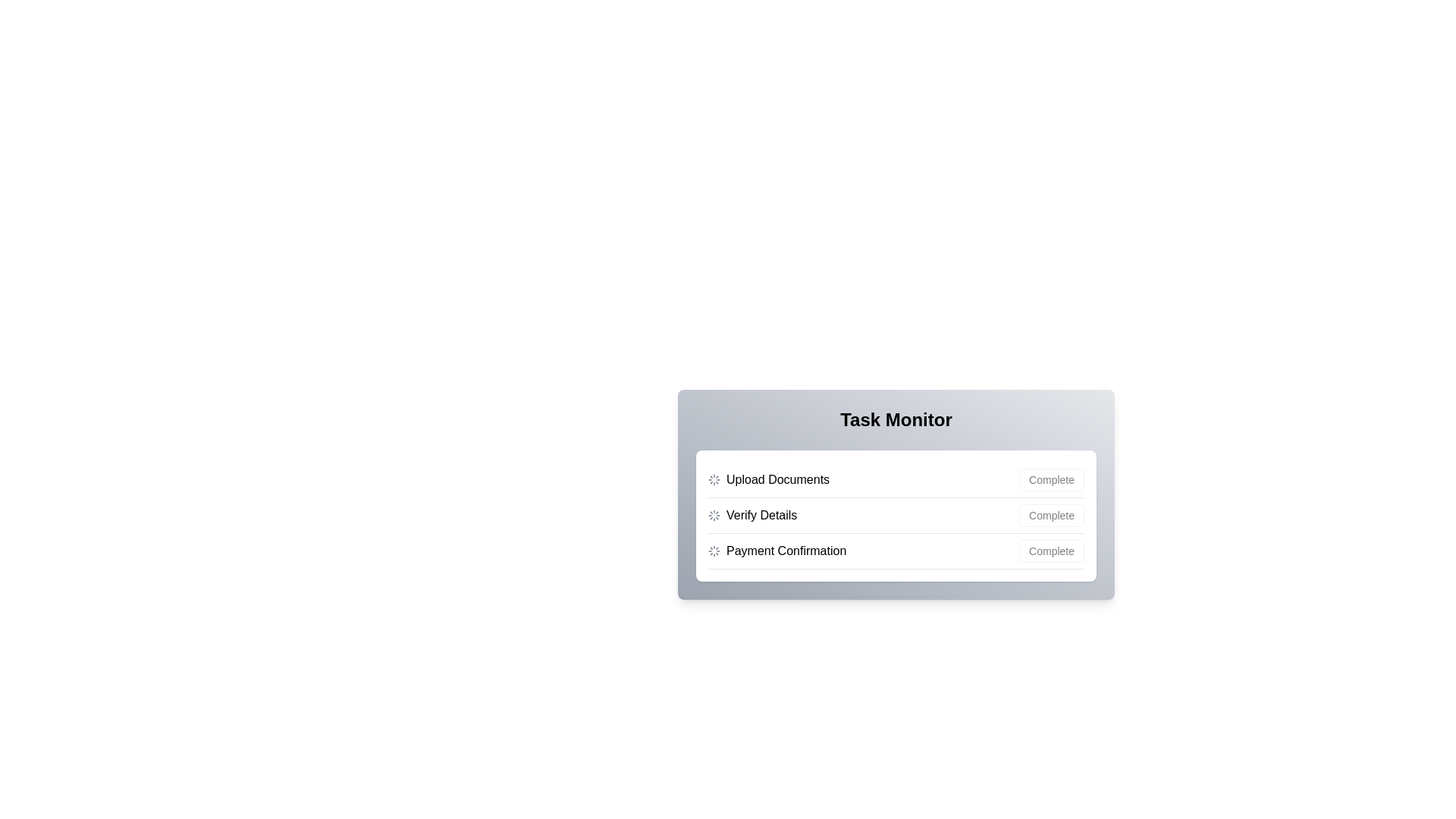 The image size is (1456, 819). What do you see at coordinates (768, 479) in the screenshot?
I see `the label that indicates a task in progress related to uploading documents, located under 'Task Monitor' and to the left of the 'Complete' button` at bounding box center [768, 479].